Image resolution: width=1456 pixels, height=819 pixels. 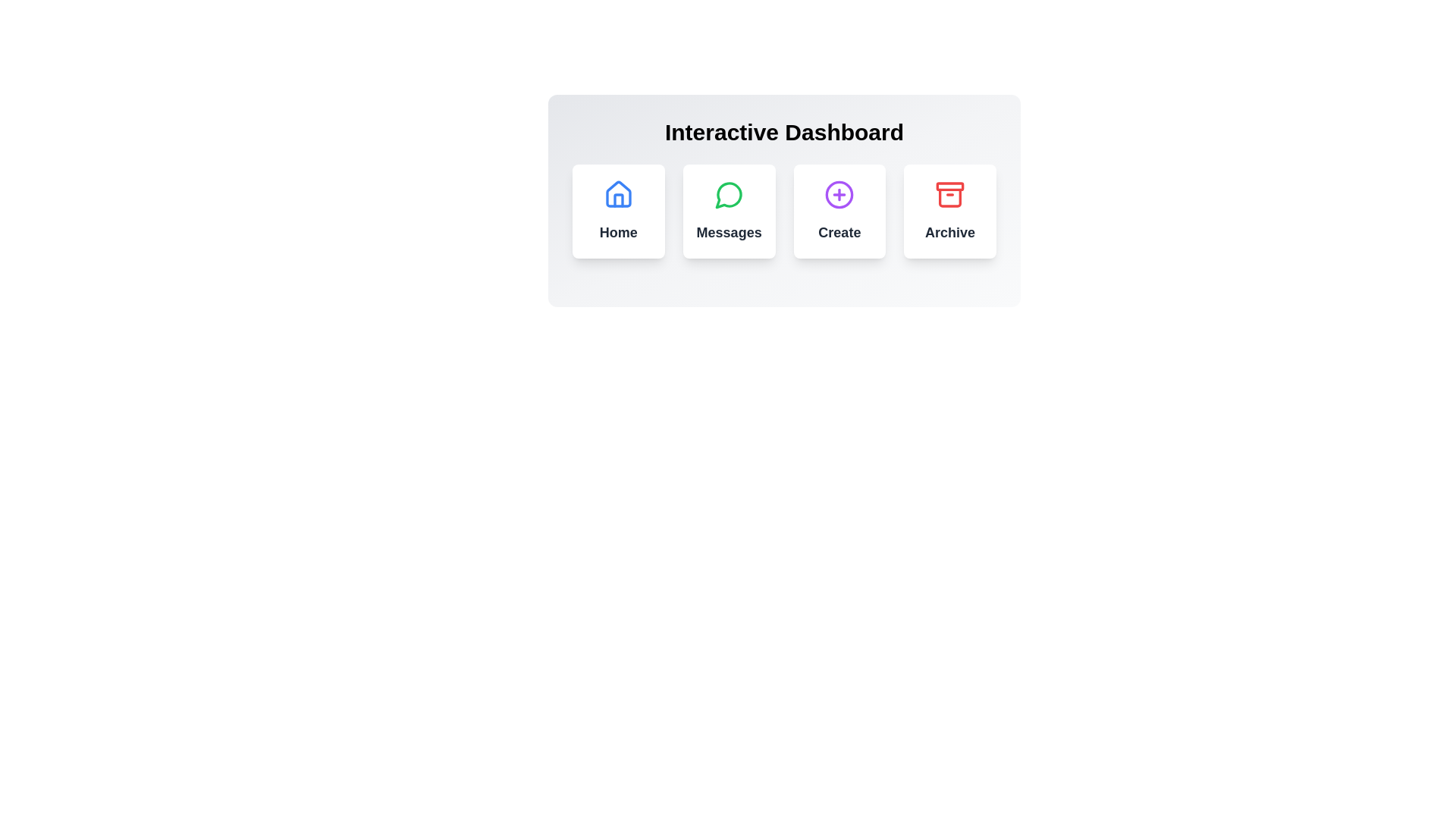 What do you see at coordinates (949, 186) in the screenshot?
I see `the uppermost rectangle of the archive box icon located in the fourth card labeled 'Archive' on the Interactive Dashboard` at bounding box center [949, 186].